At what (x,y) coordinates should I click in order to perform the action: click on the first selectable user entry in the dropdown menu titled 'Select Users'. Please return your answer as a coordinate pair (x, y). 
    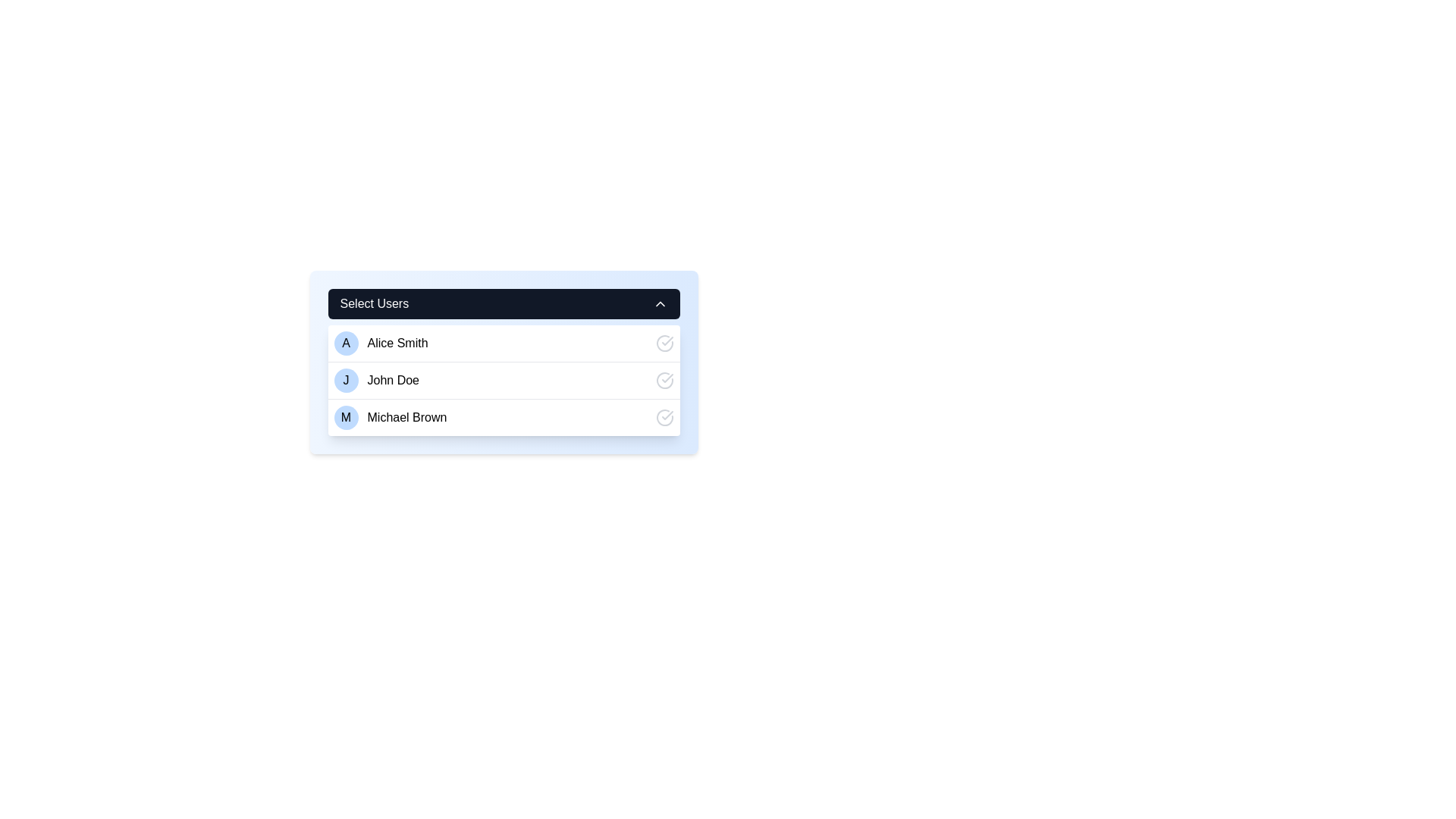
    Looking at the image, I should click on (504, 343).